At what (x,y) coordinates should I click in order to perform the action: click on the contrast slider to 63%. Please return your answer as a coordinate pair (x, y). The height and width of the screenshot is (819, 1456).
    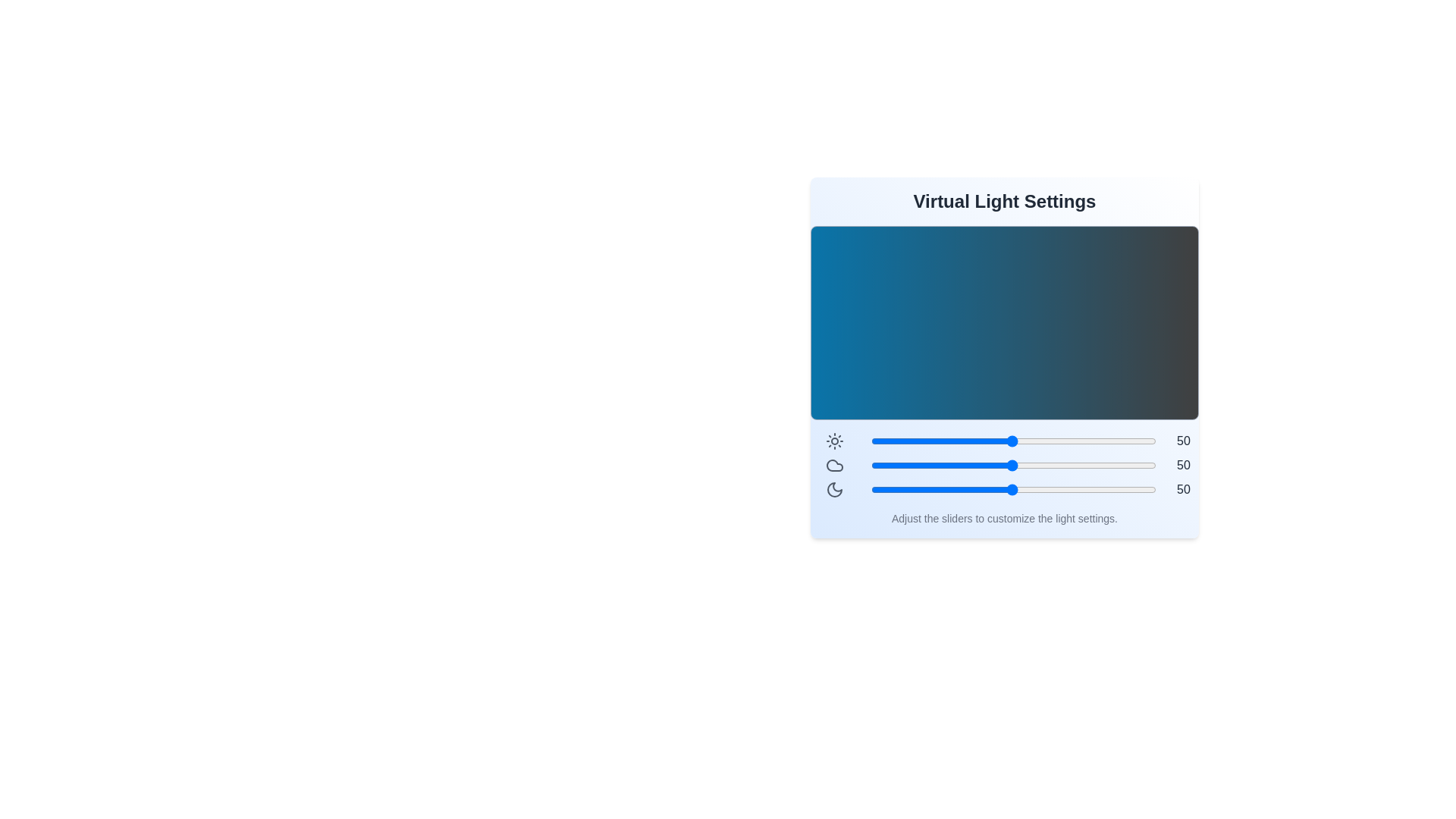
    Looking at the image, I should click on (1049, 441).